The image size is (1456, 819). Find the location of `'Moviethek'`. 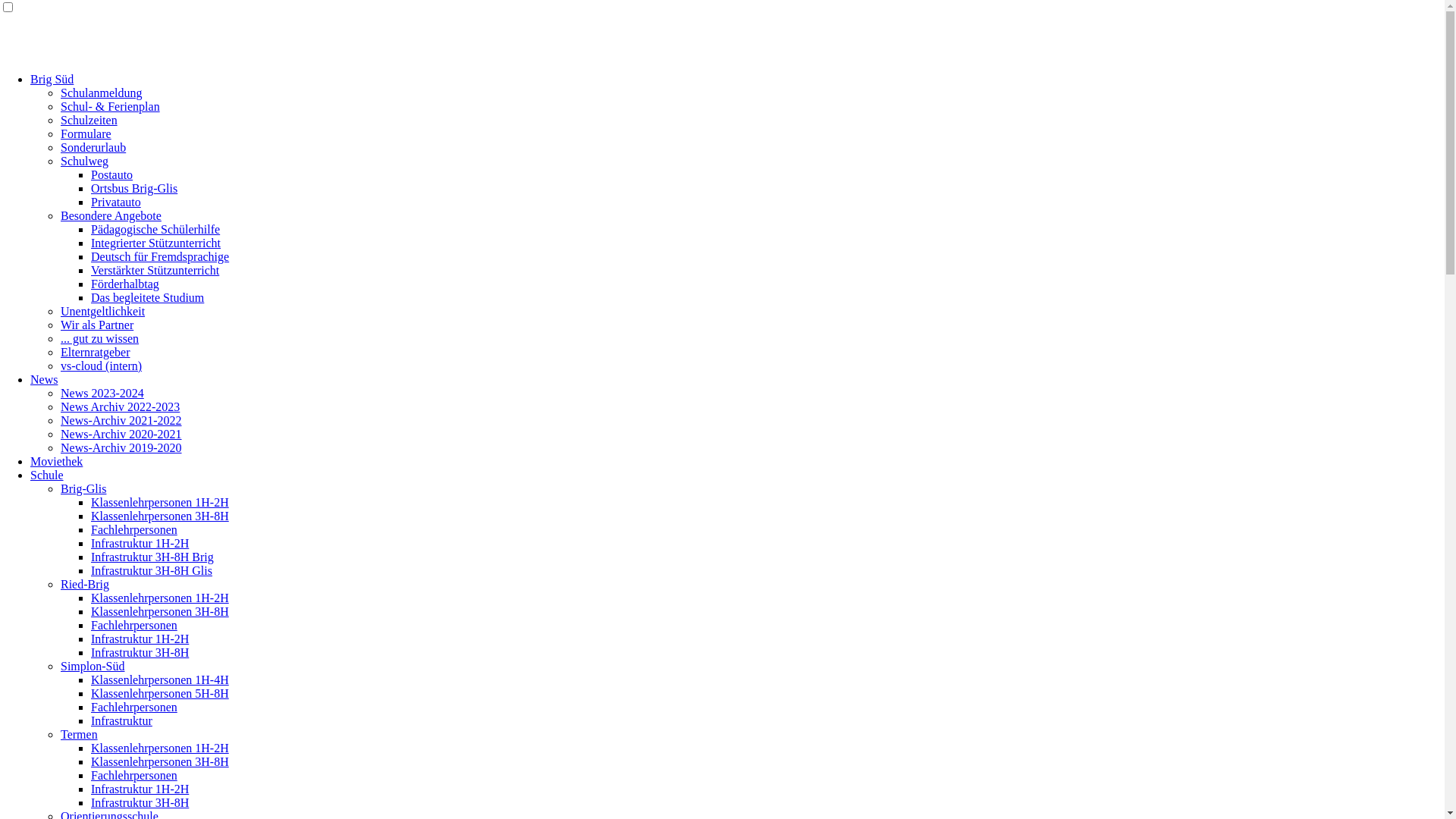

'Moviethek' is located at coordinates (30, 460).